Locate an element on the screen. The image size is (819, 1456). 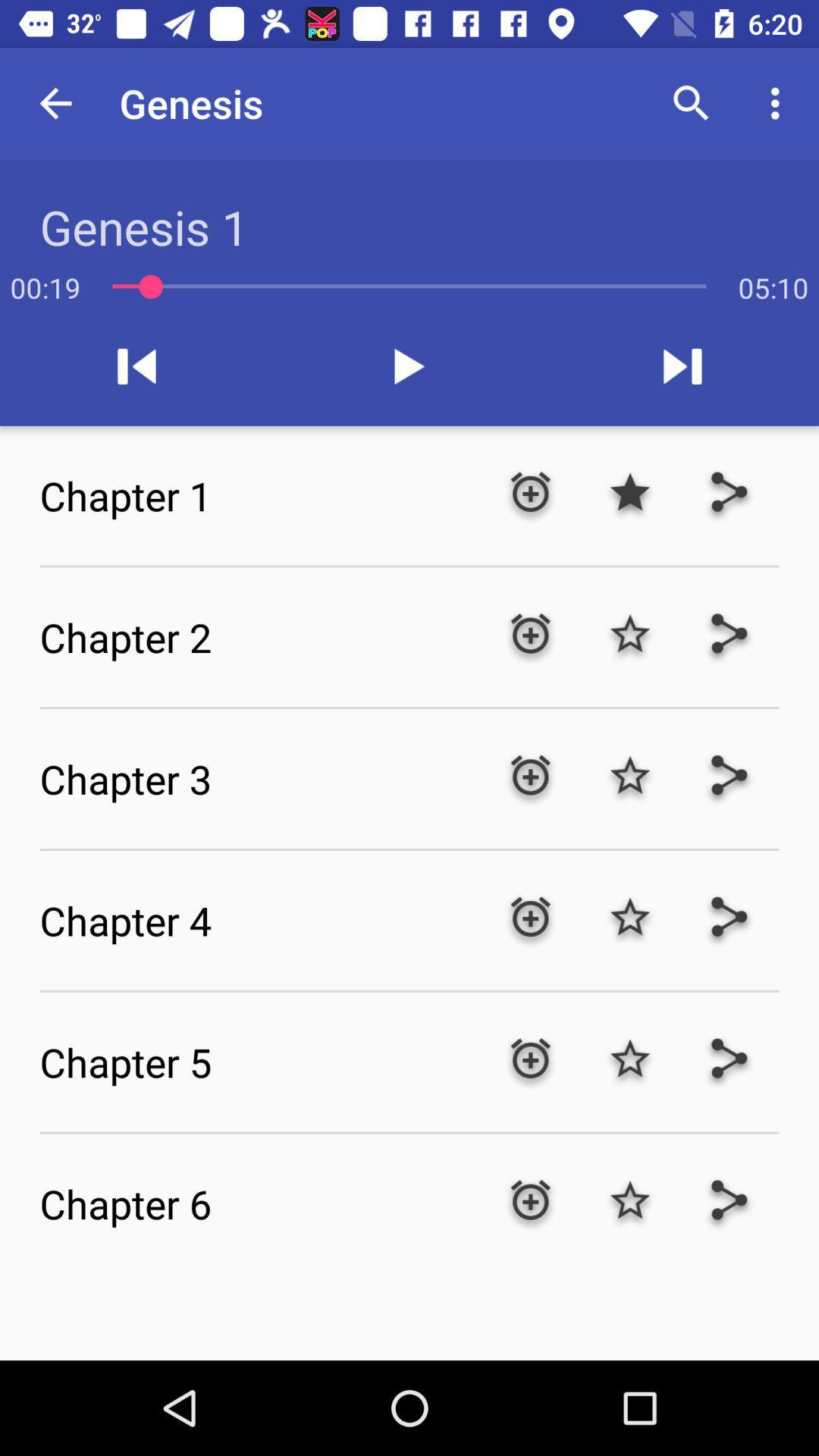
the item next to the genesis is located at coordinates (691, 102).